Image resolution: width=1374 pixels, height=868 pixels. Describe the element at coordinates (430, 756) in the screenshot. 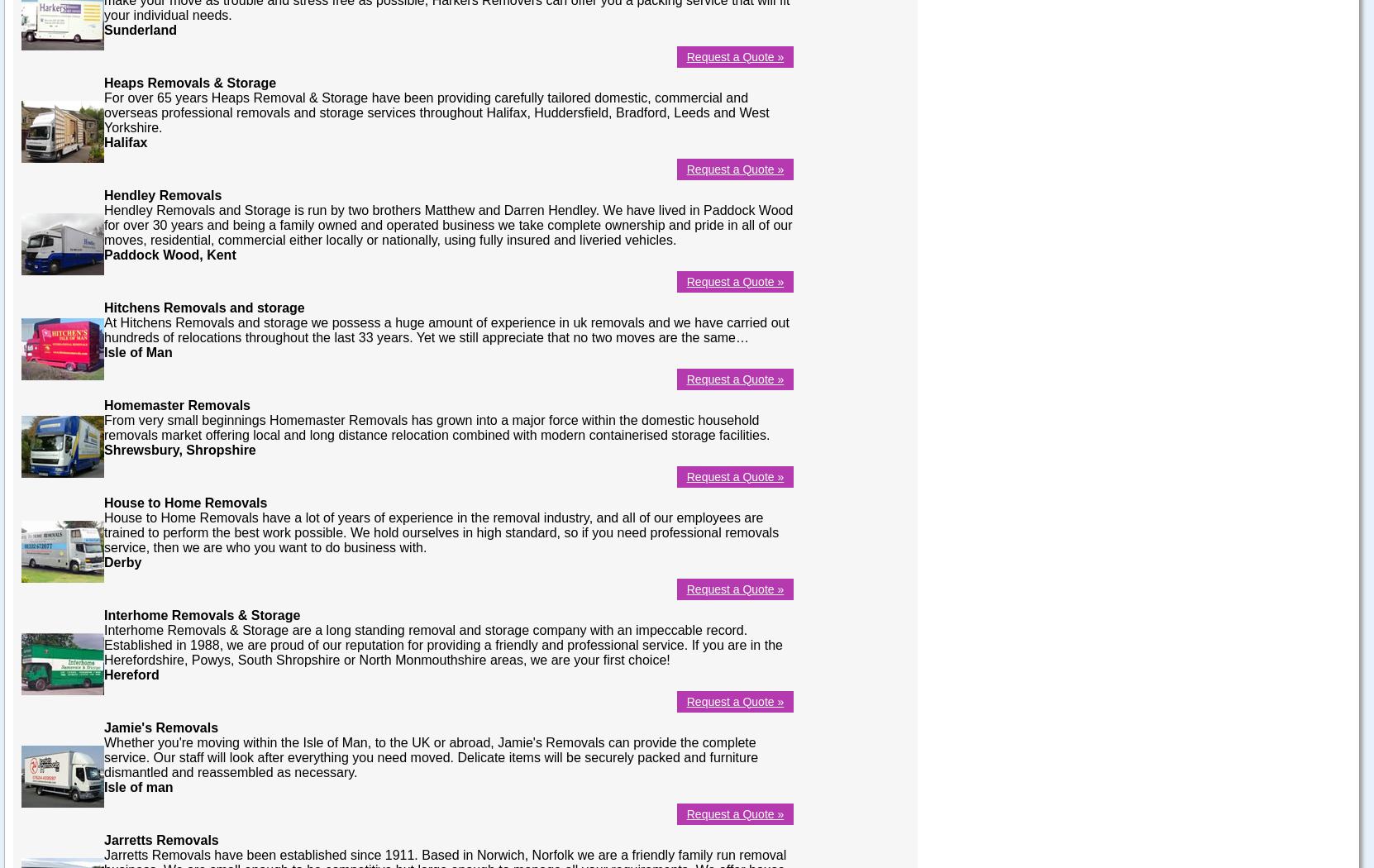

I see `'Whether you're moving within the Isle of Man, to the UK or abroad, Jamie's Removals can provide the complete service.

Our staff will look after everything you need moved. Delicate items will be securely packed and furniture dismantled and reassembled as necessary.'` at that location.